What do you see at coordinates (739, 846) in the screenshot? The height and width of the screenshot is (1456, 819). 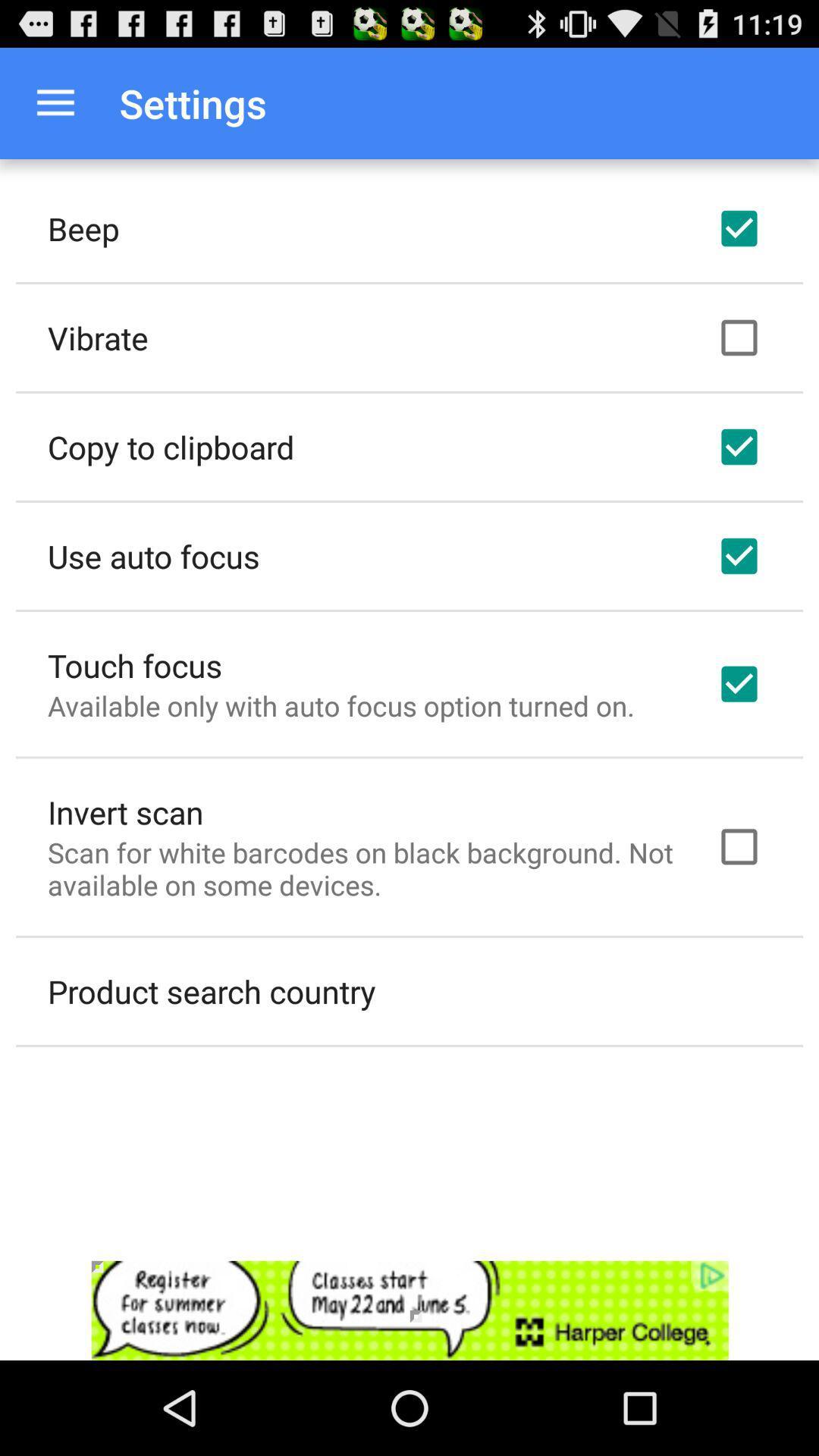 I see `the sixth check box which is after invert scan on page` at bounding box center [739, 846].